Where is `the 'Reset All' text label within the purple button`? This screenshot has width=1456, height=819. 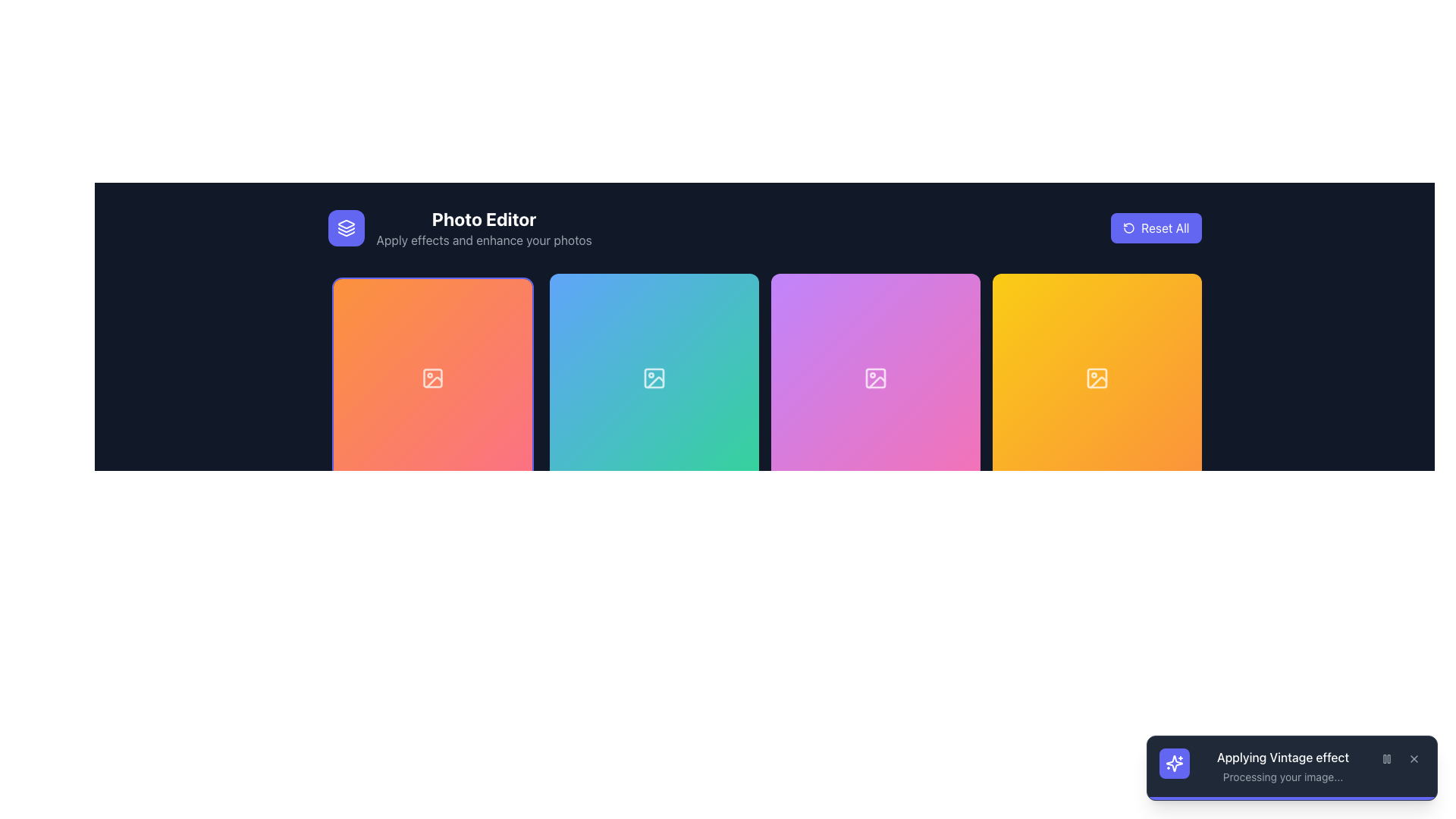 the 'Reset All' text label within the purple button is located at coordinates (1164, 227).